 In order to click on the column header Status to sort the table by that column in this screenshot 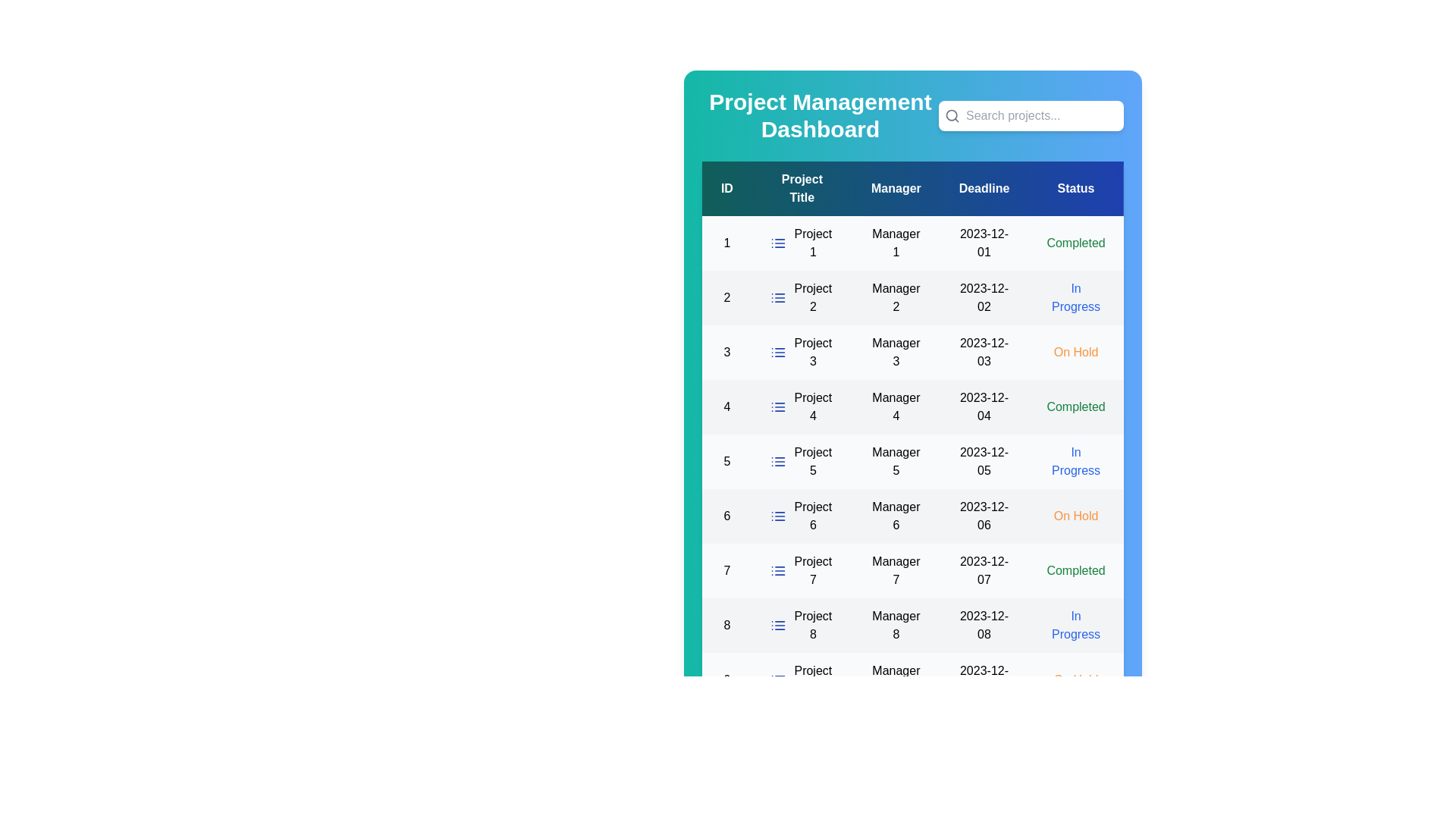, I will do `click(1075, 188)`.